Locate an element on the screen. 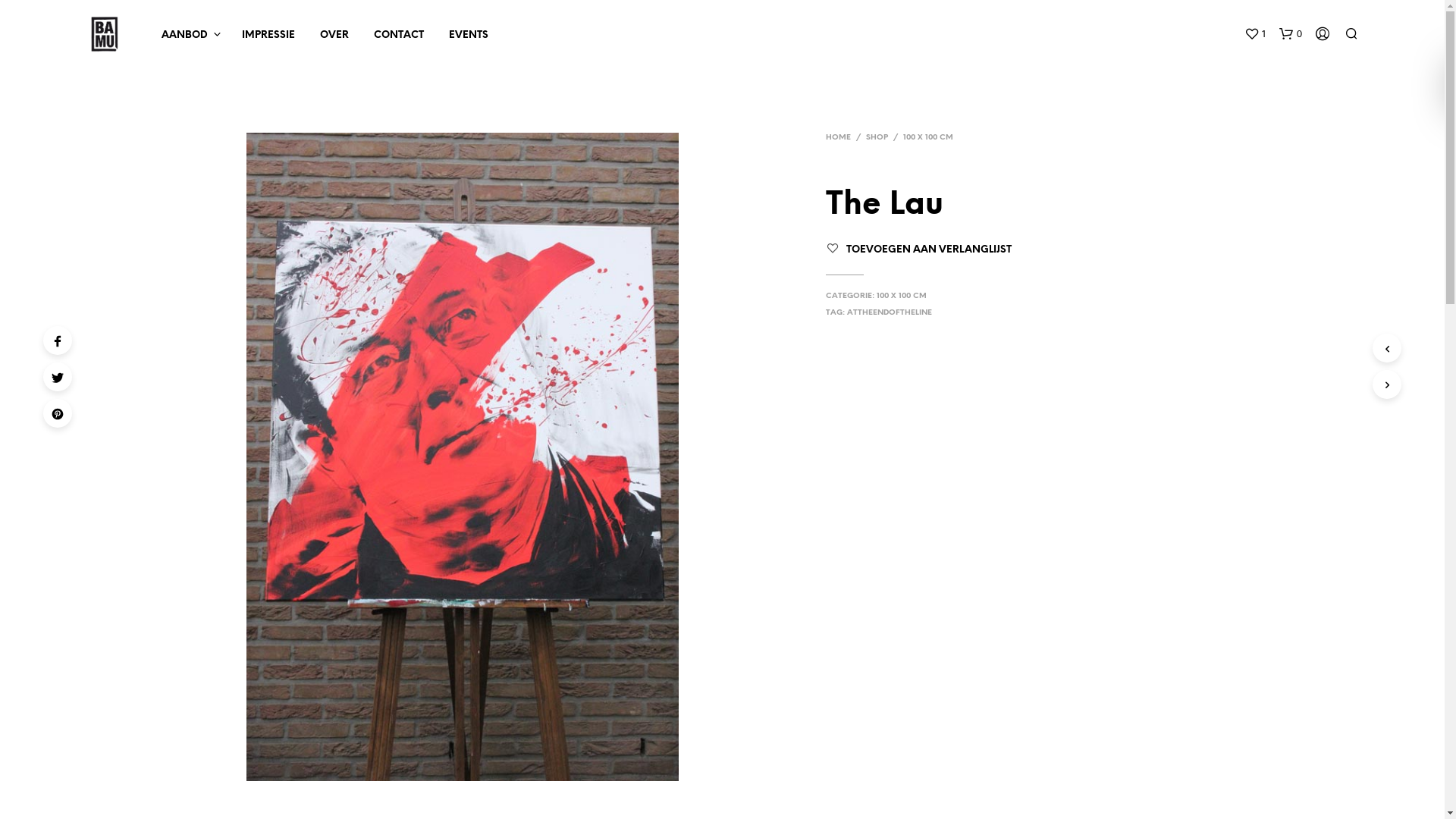 The height and width of the screenshot is (819, 1456). 'HOME' is located at coordinates (837, 137).